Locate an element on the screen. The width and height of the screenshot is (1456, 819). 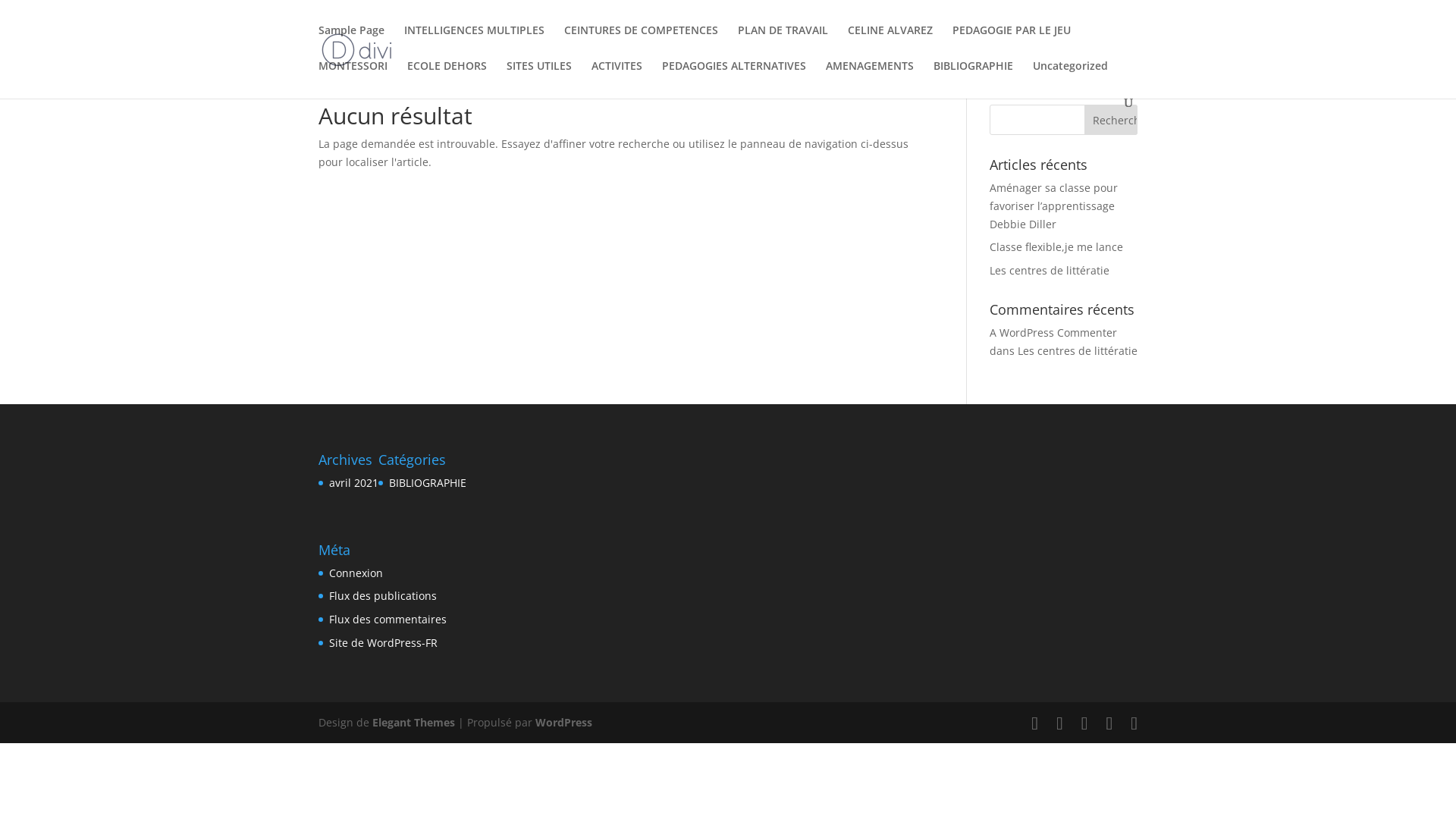
'A WordPress Commenter' is located at coordinates (990, 331).